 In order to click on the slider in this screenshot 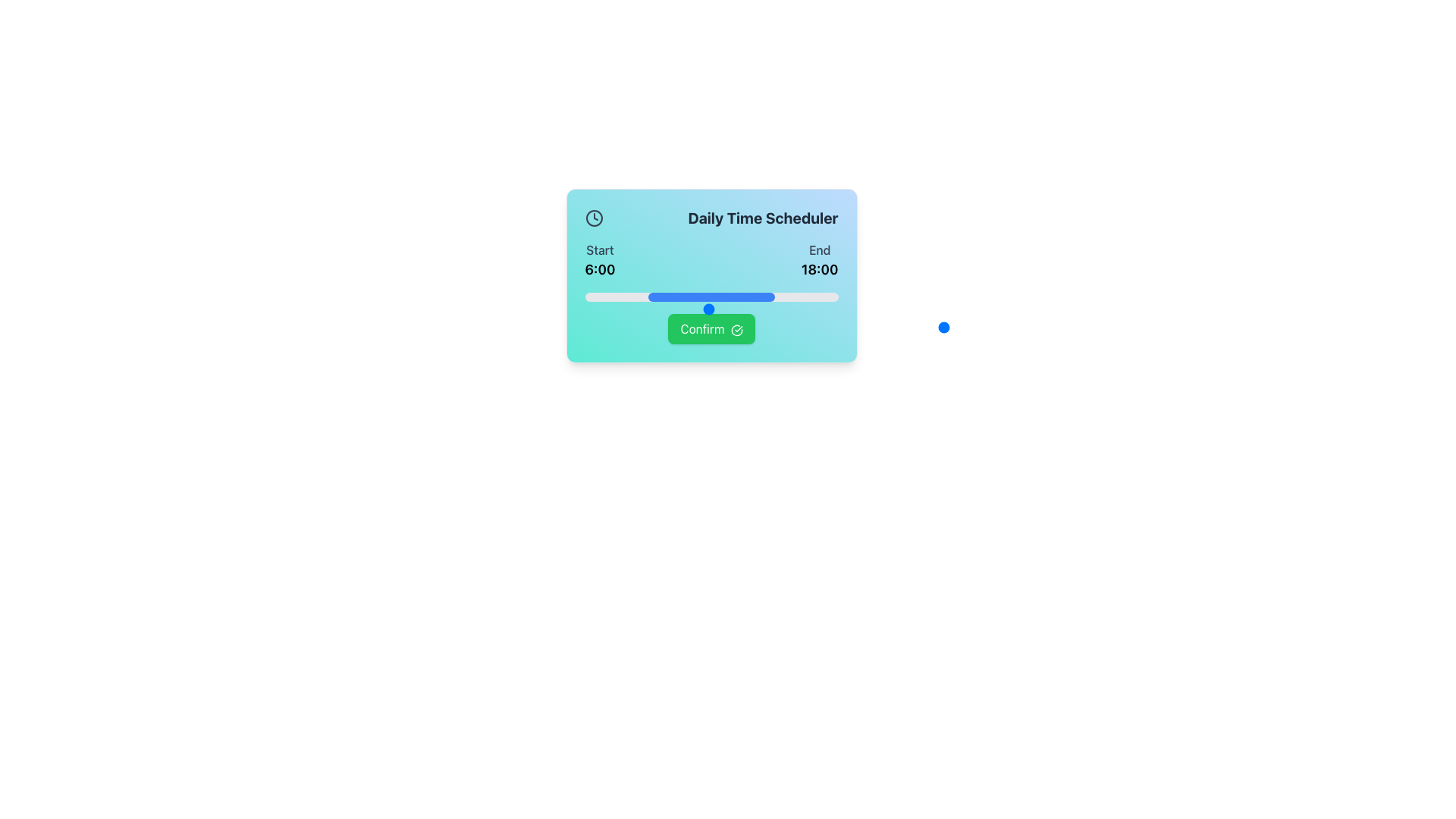, I will do `click(640, 297)`.